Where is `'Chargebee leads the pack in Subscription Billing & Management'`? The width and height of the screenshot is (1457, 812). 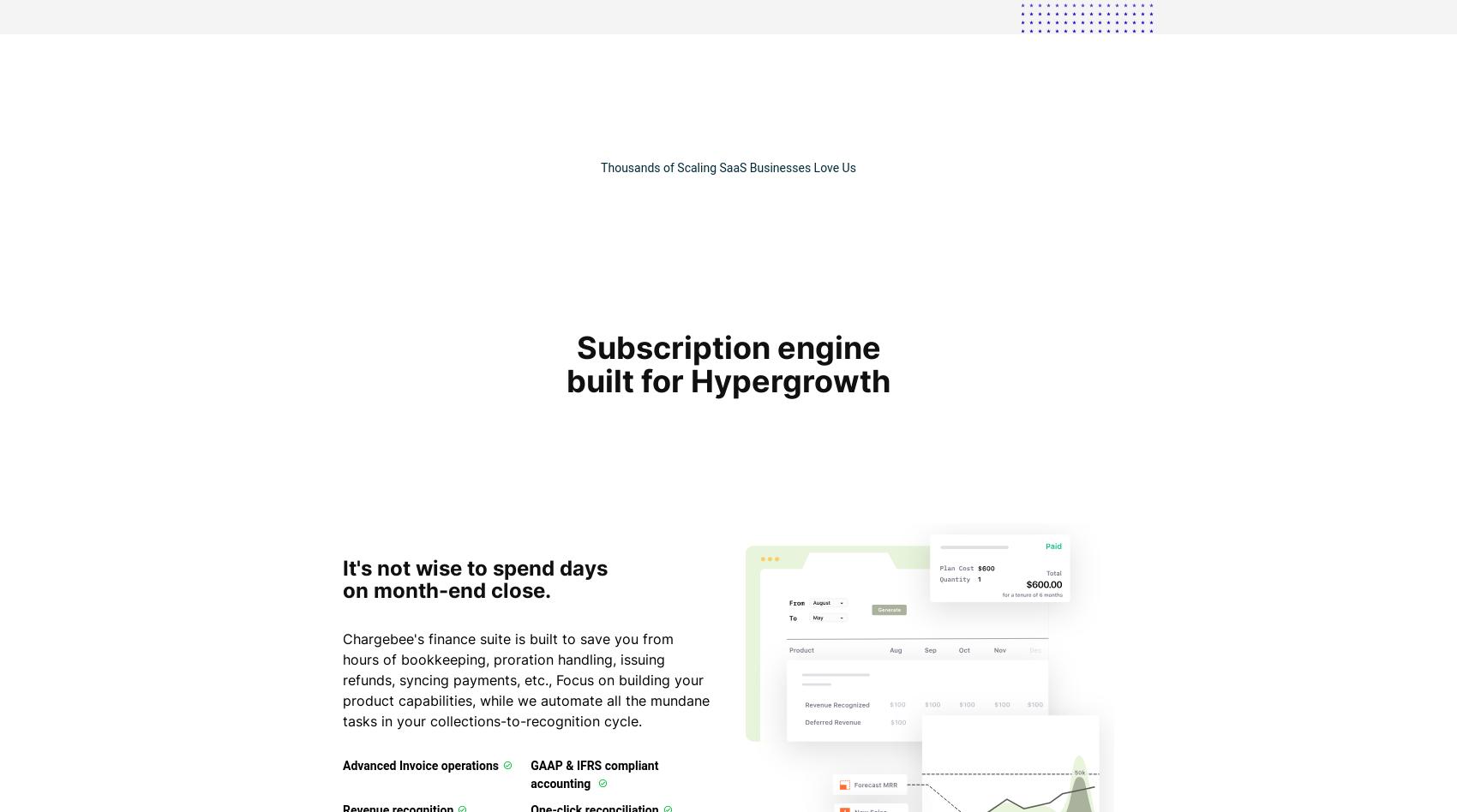
'Chargebee leads the pack in Subscription Billing & Management' is located at coordinates (727, 490).